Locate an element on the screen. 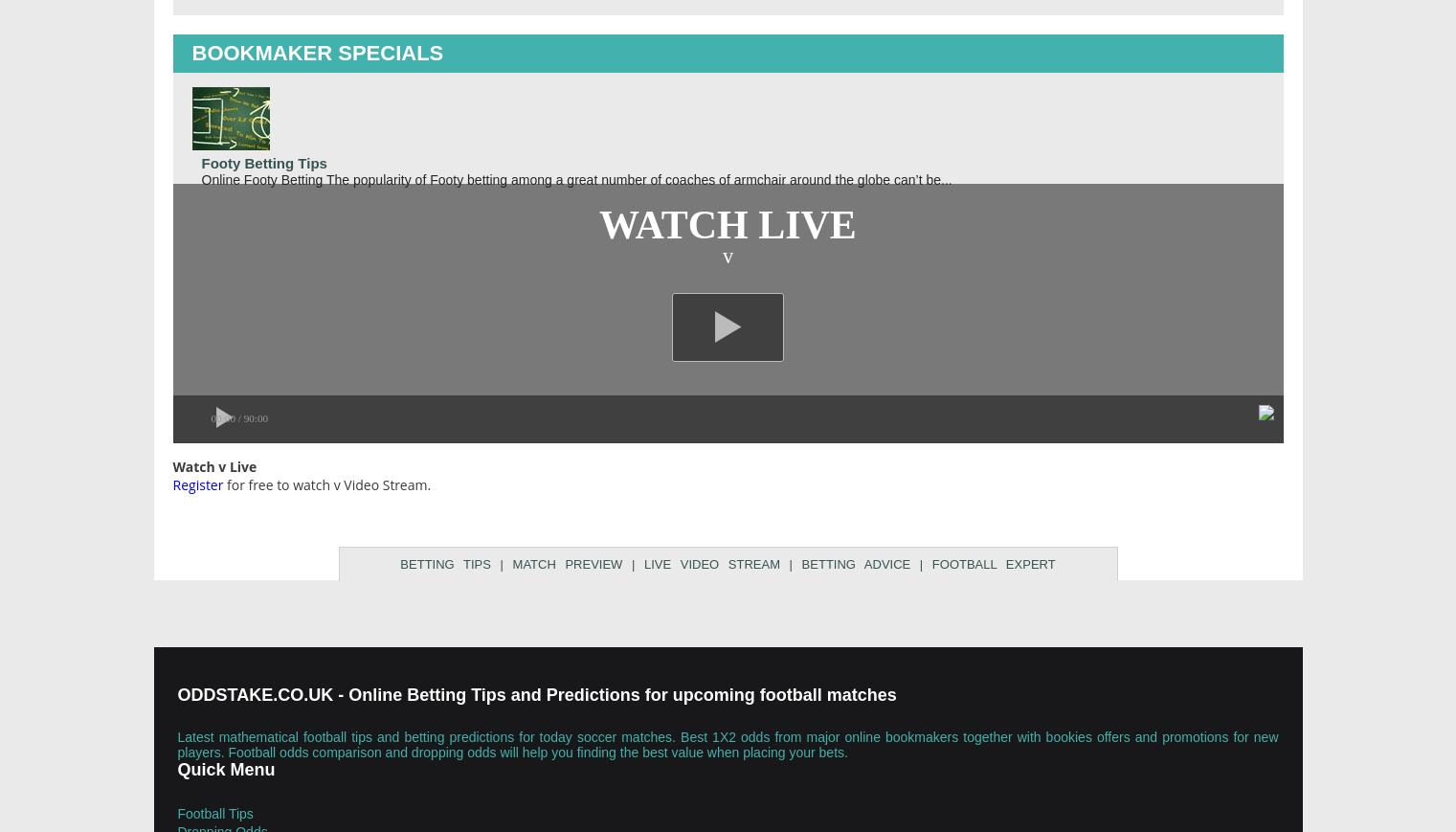 The width and height of the screenshot is (1456, 832). 'Watch  v  Live' is located at coordinates (213, 465).